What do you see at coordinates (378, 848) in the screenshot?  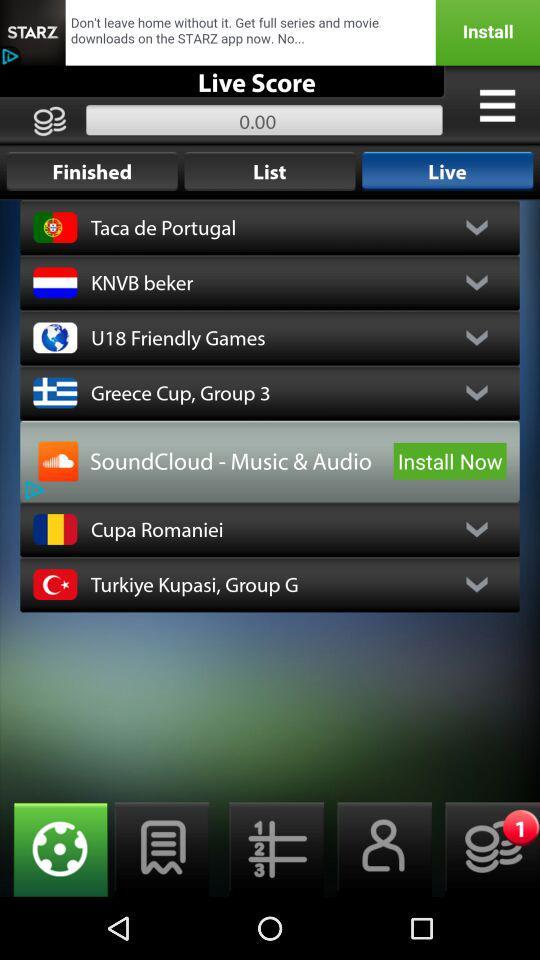 I see `see own profile` at bounding box center [378, 848].